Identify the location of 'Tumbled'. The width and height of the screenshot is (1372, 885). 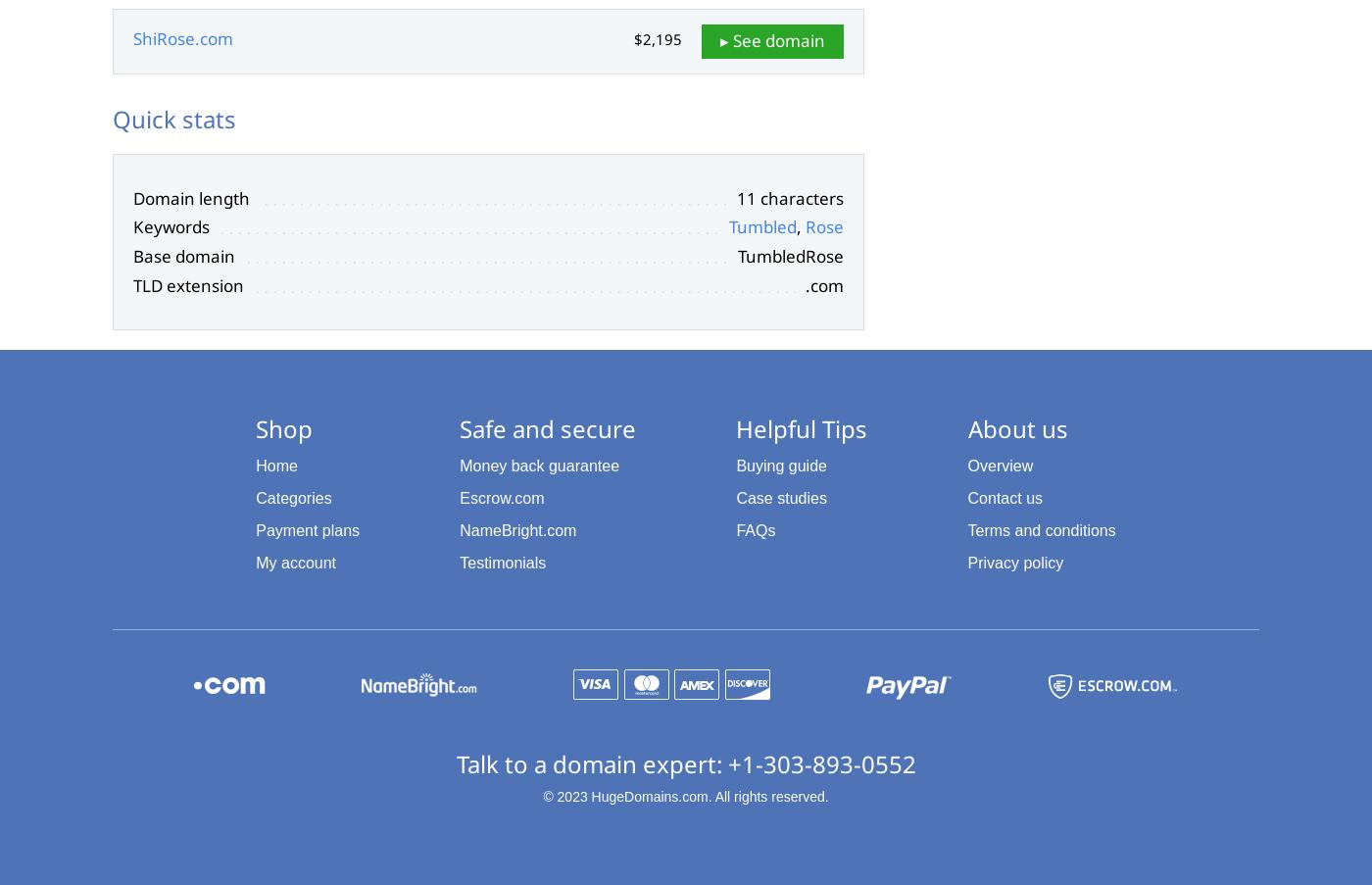
(762, 226).